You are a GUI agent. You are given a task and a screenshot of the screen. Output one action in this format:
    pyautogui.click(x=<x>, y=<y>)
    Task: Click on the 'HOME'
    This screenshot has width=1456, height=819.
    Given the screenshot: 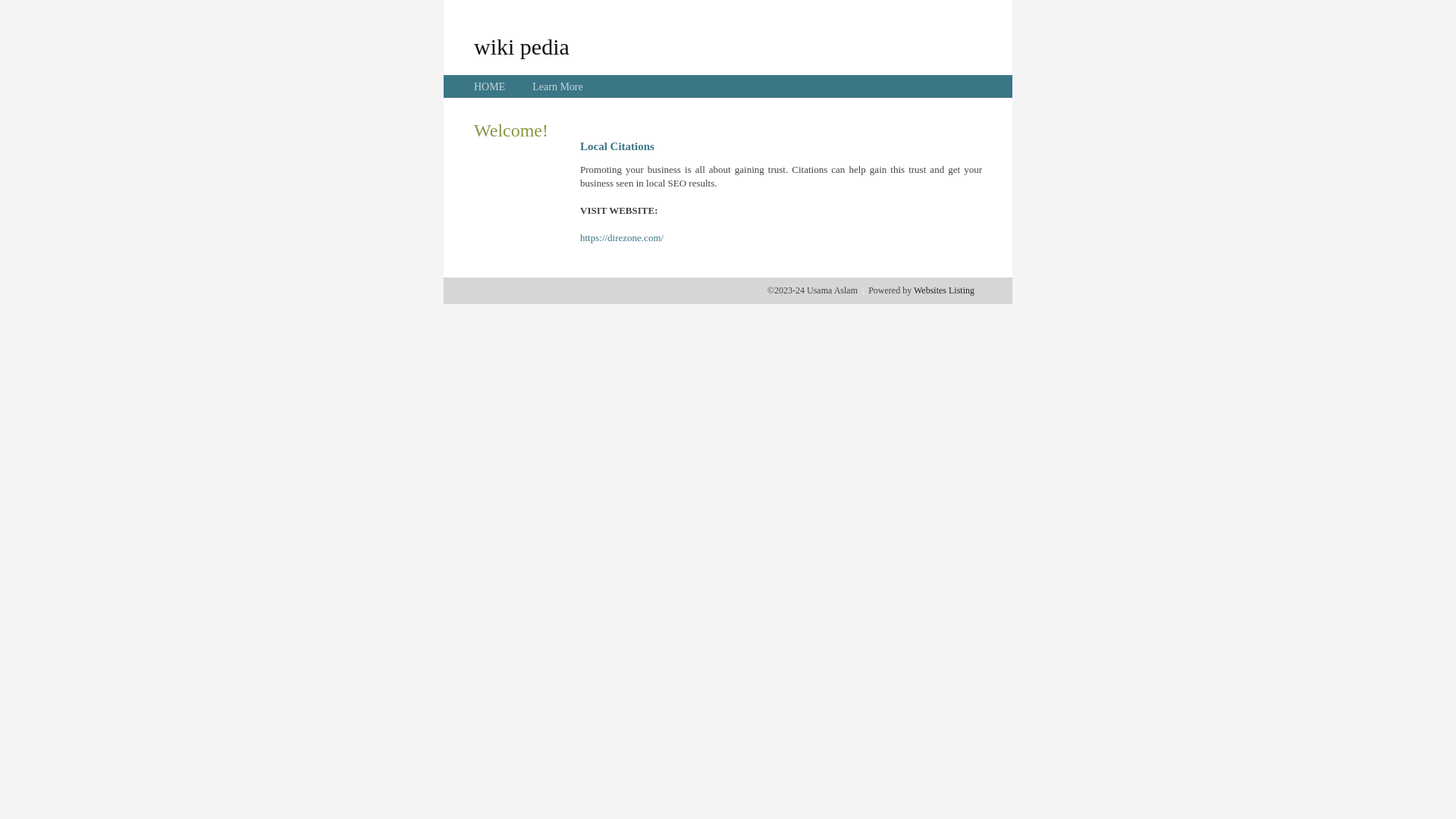 What is the action you would take?
    pyautogui.click(x=489, y=86)
    